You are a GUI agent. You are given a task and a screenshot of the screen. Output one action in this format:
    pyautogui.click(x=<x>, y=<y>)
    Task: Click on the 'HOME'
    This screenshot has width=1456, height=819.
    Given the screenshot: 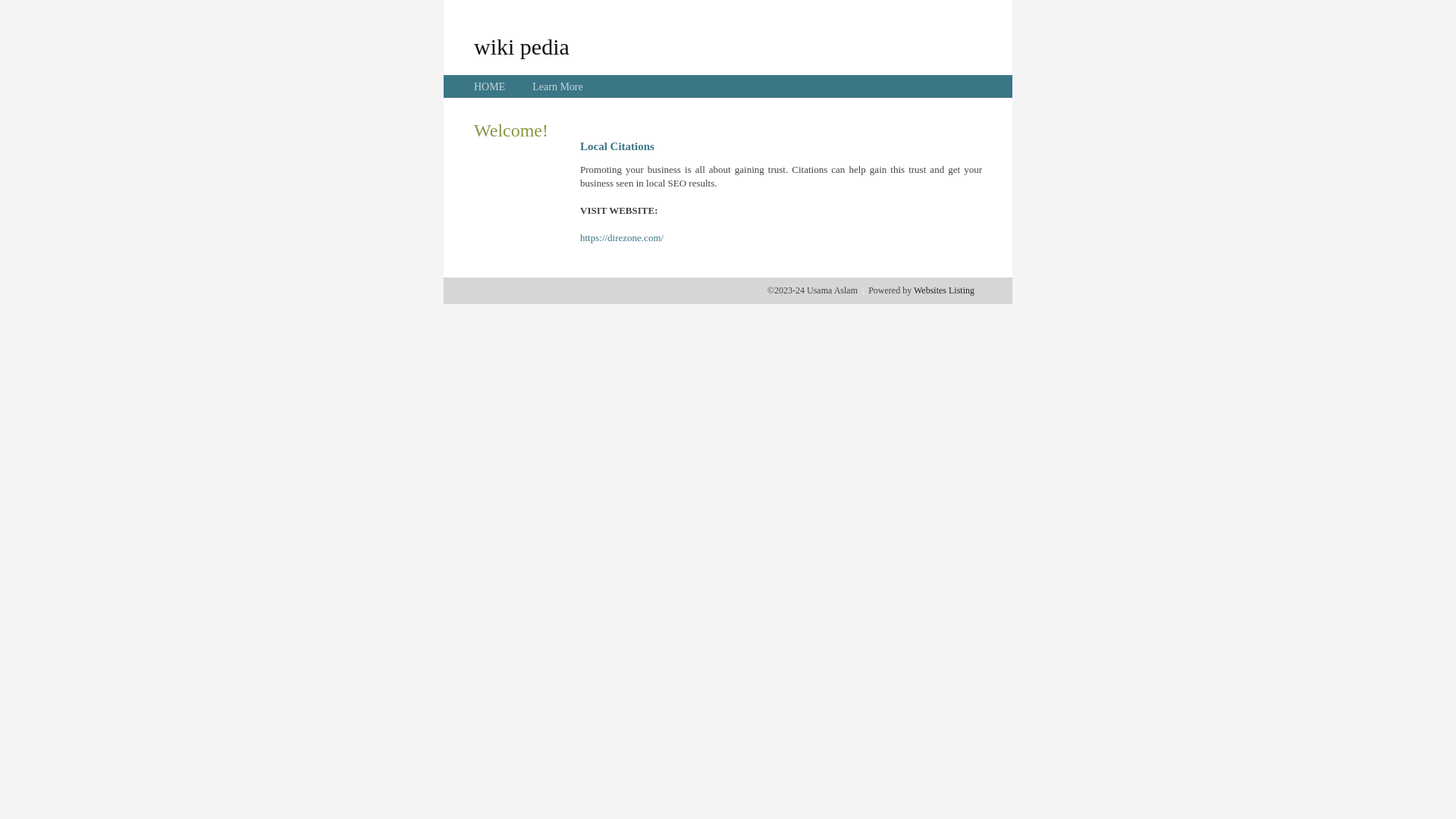 What is the action you would take?
    pyautogui.click(x=489, y=86)
    